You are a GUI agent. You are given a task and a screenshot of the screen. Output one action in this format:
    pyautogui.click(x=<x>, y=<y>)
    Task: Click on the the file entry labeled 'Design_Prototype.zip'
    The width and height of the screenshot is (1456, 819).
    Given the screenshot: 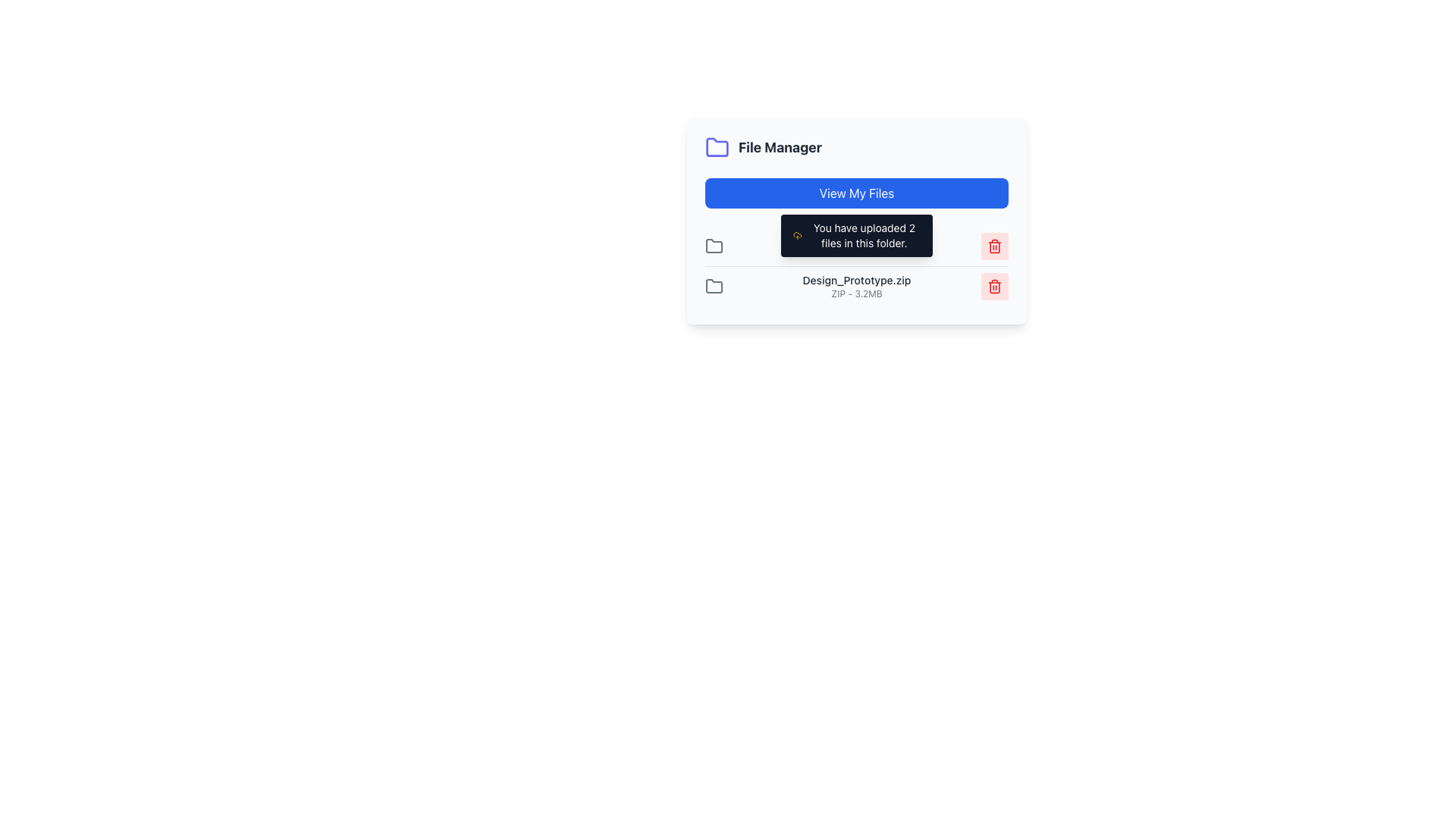 What is the action you would take?
    pyautogui.click(x=856, y=265)
    